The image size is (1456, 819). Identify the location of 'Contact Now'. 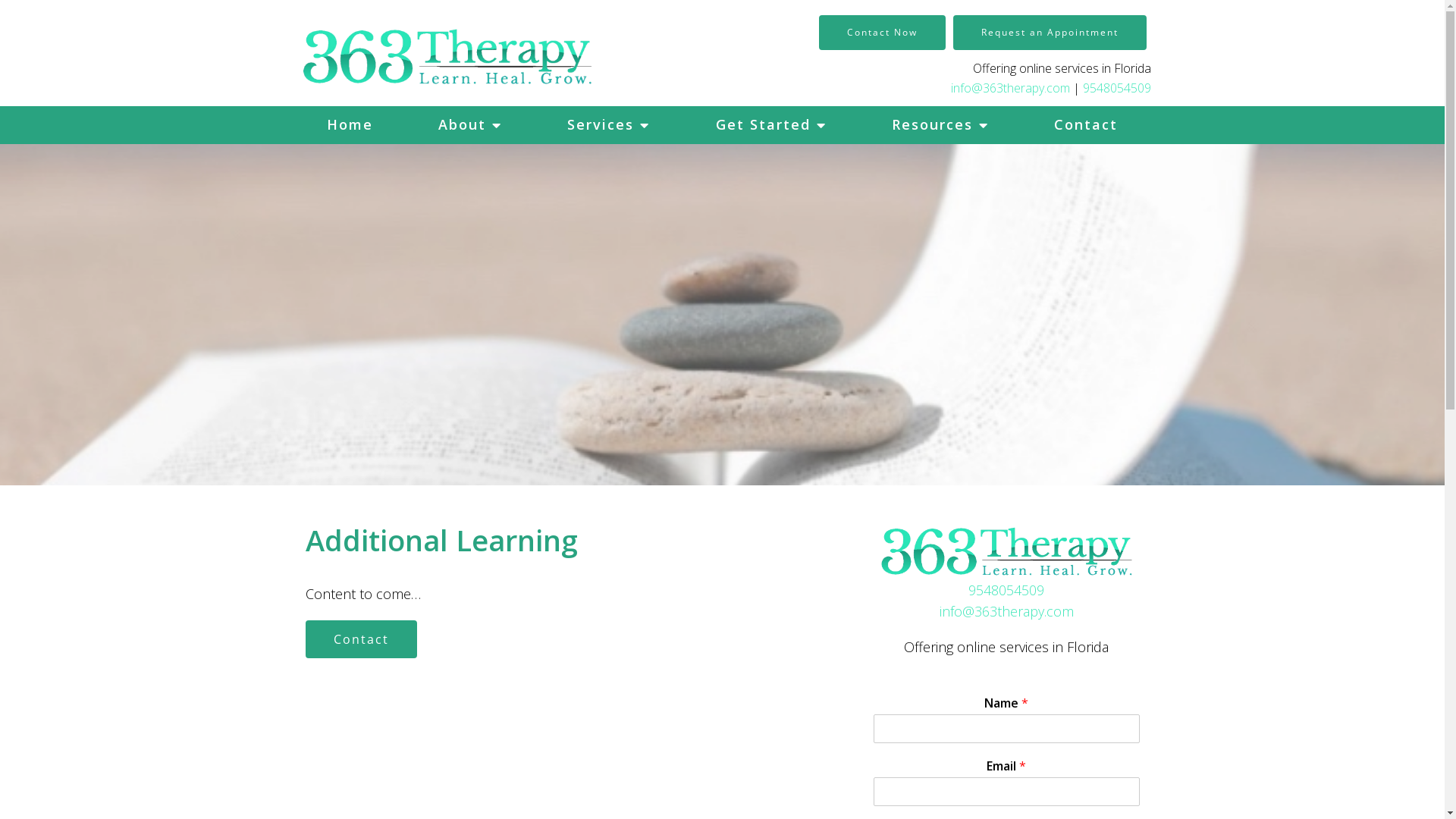
(882, 32).